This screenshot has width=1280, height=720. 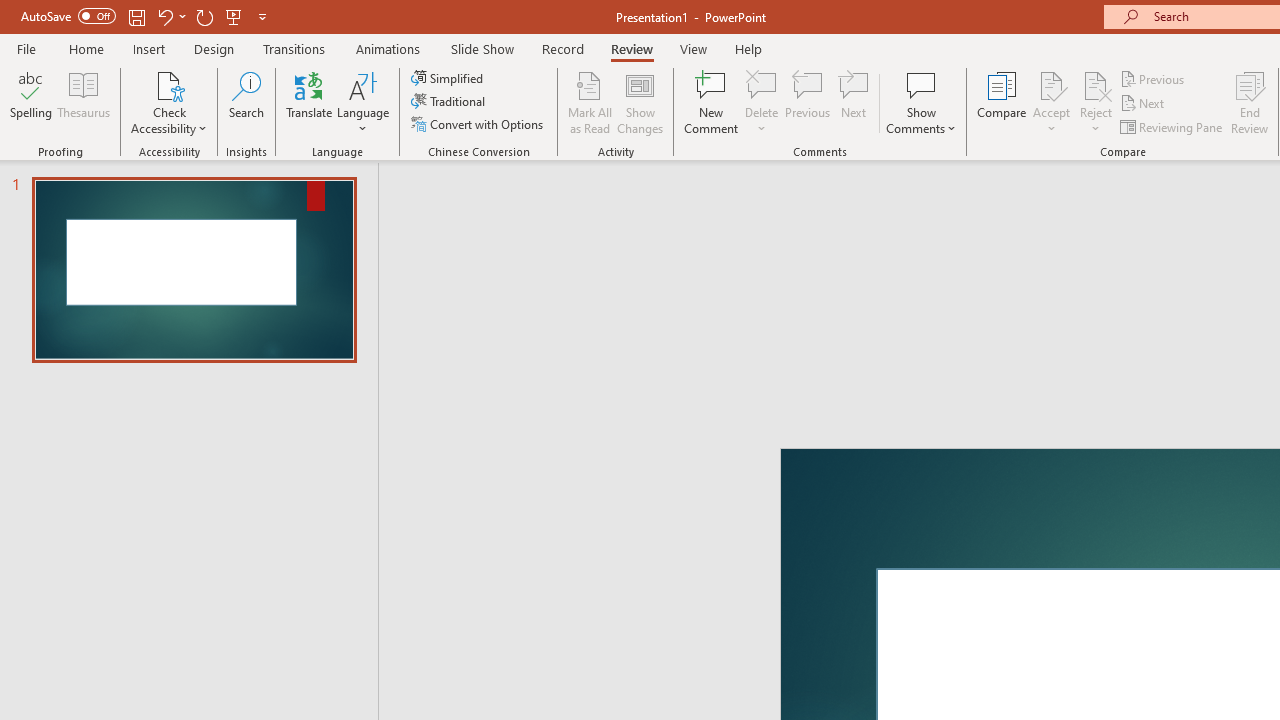 What do you see at coordinates (194, 270) in the screenshot?
I see `'Slide'` at bounding box center [194, 270].